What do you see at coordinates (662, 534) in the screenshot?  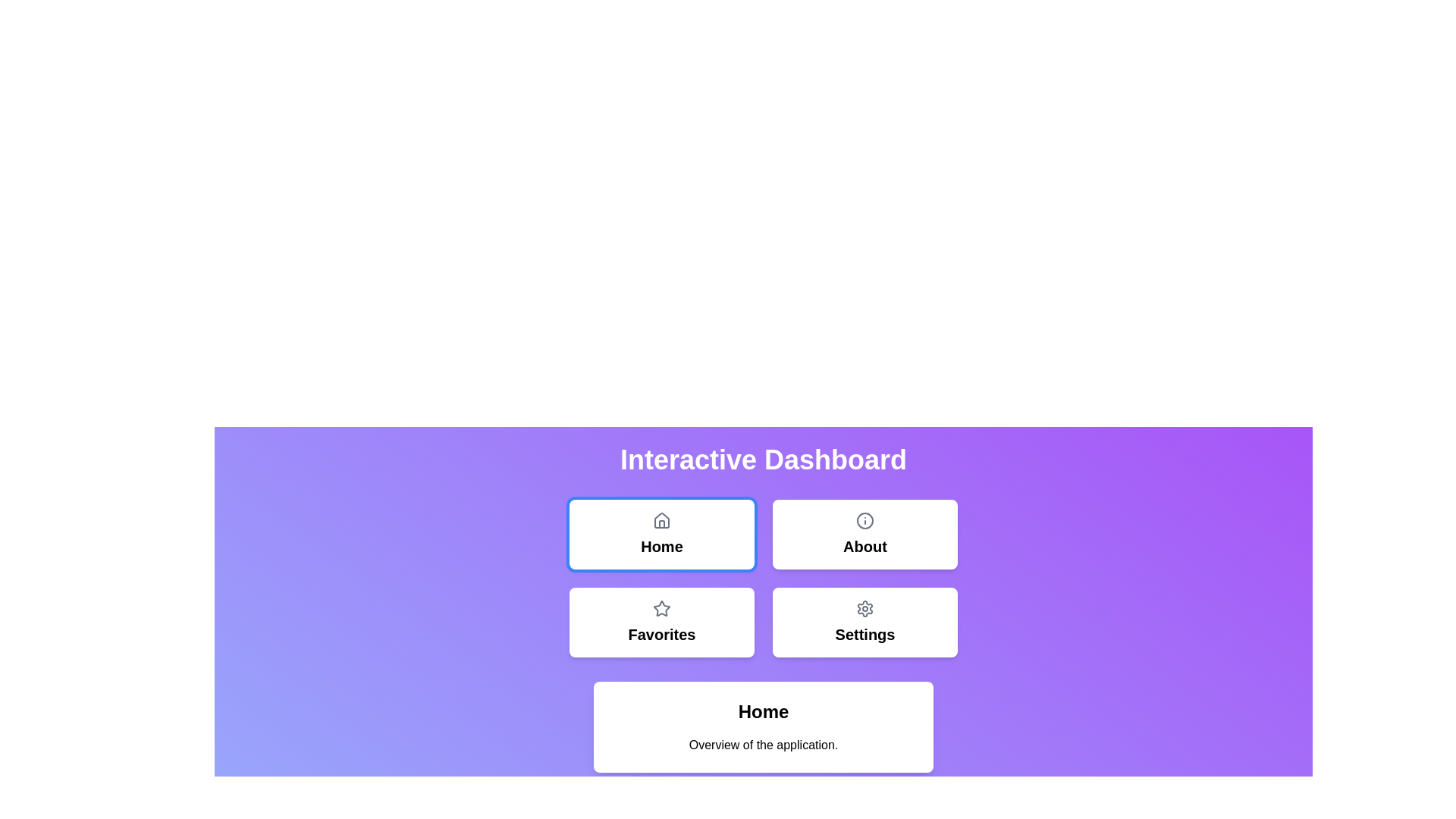 I see `the Home button to select it` at bounding box center [662, 534].